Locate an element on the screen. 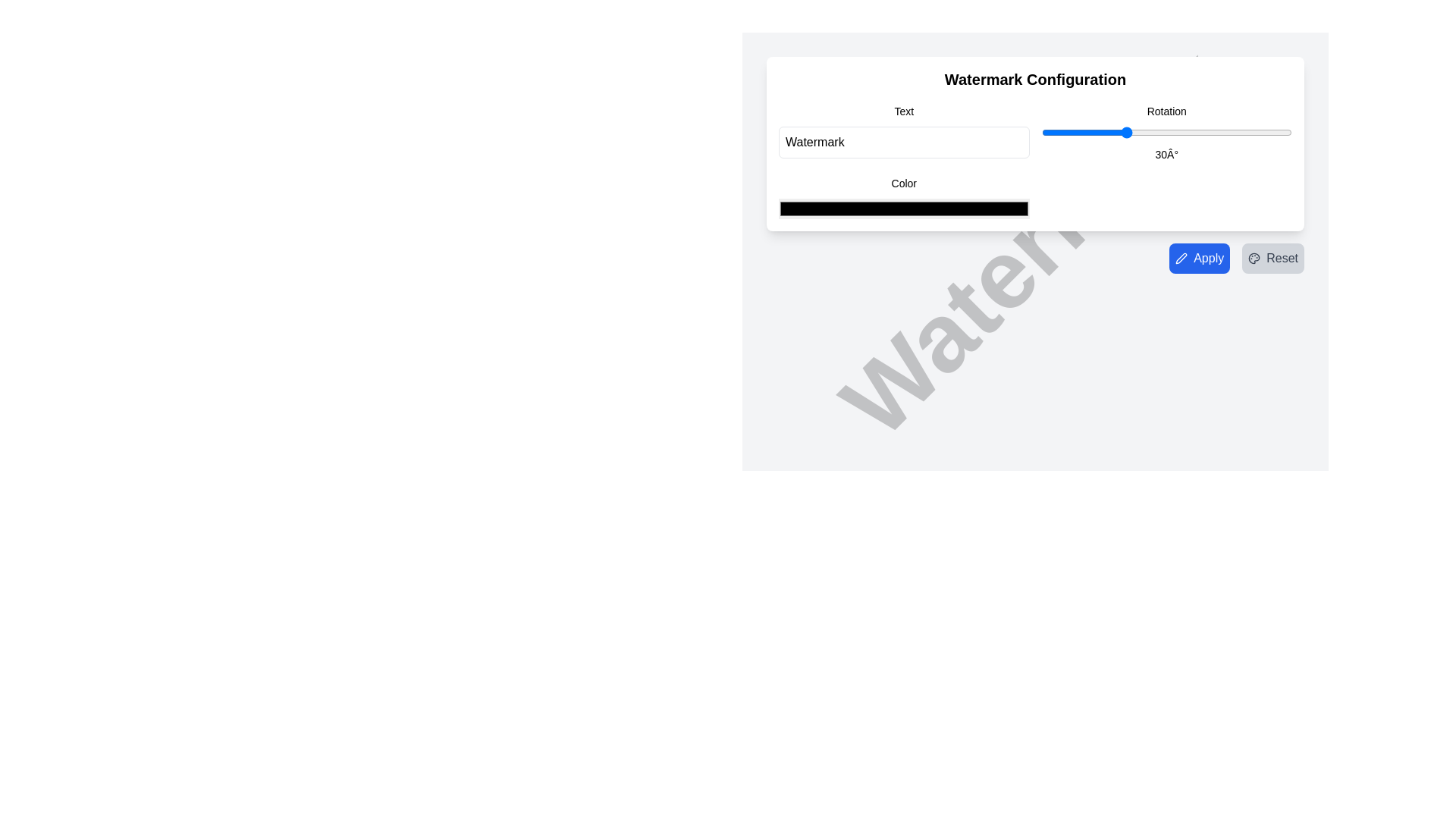  and drag the slider labeled 'Rotation' to adjust the angle, which is currently set to '30°' is located at coordinates (1166, 131).